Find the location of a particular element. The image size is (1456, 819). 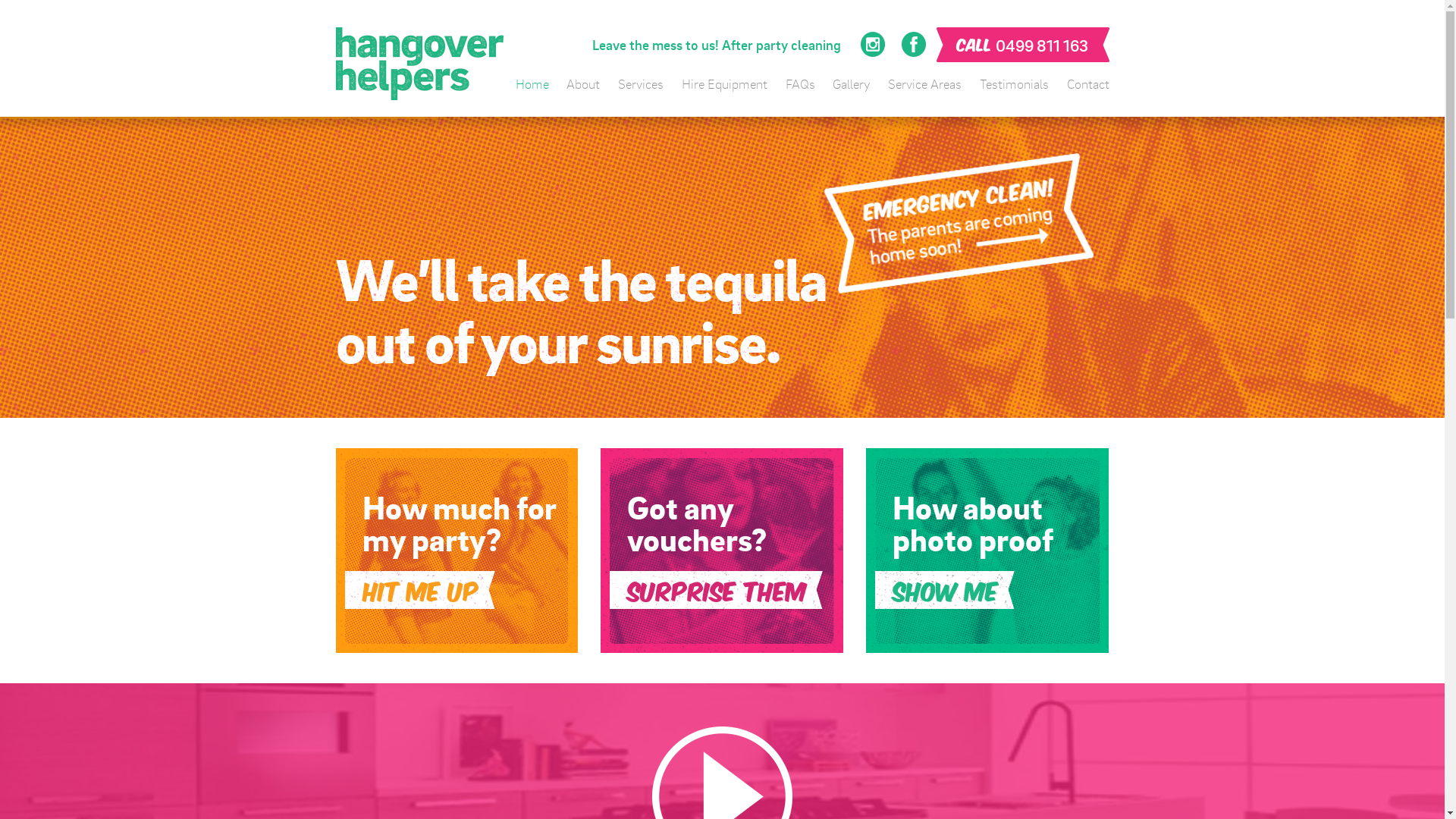

'FAQs' is located at coordinates (799, 83).